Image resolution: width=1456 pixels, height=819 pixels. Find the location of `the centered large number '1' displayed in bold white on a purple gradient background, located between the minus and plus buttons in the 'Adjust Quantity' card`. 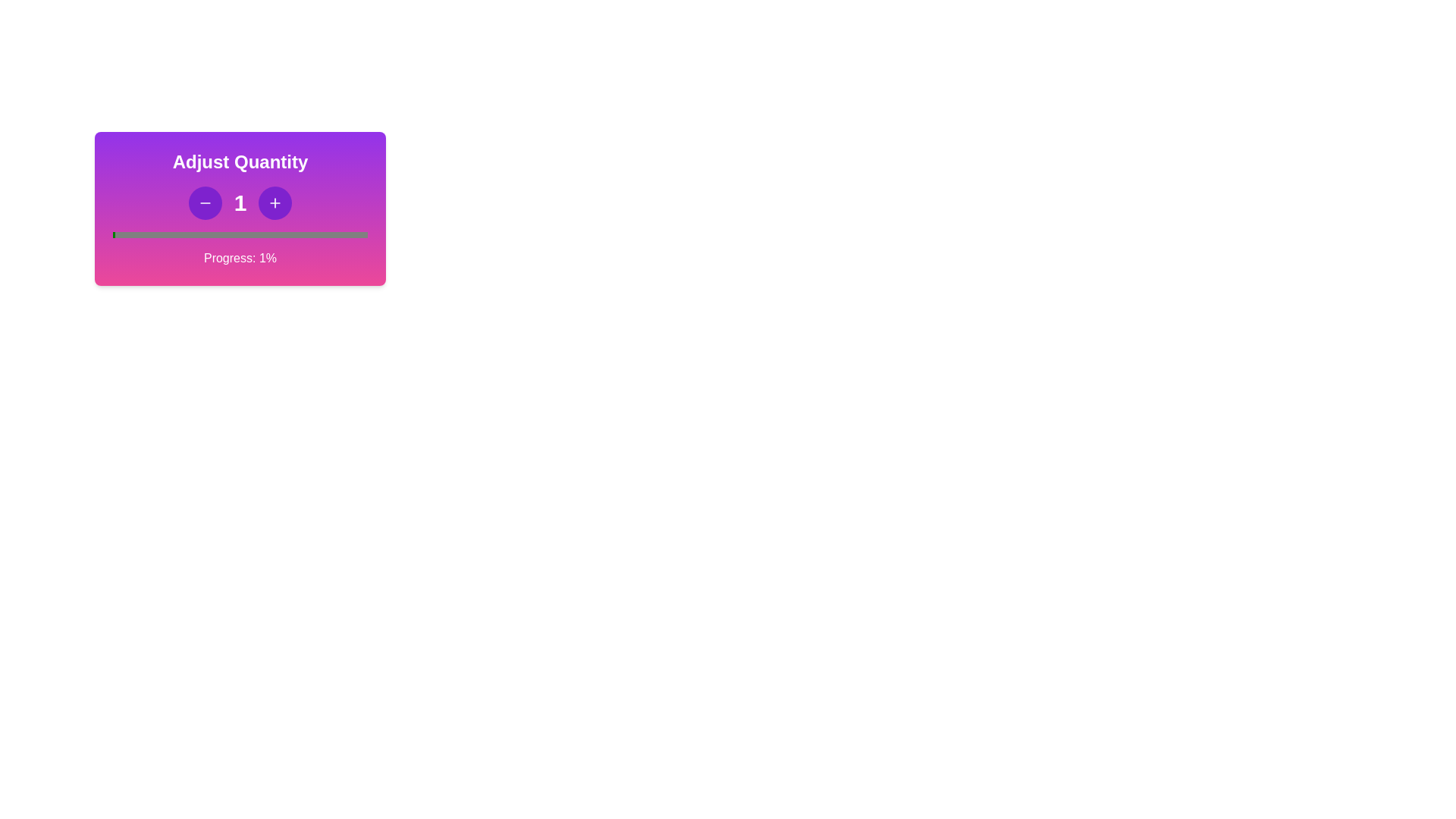

the centered large number '1' displayed in bold white on a purple gradient background, located between the minus and plus buttons in the 'Adjust Quantity' card is located at coordinates (239, 202).